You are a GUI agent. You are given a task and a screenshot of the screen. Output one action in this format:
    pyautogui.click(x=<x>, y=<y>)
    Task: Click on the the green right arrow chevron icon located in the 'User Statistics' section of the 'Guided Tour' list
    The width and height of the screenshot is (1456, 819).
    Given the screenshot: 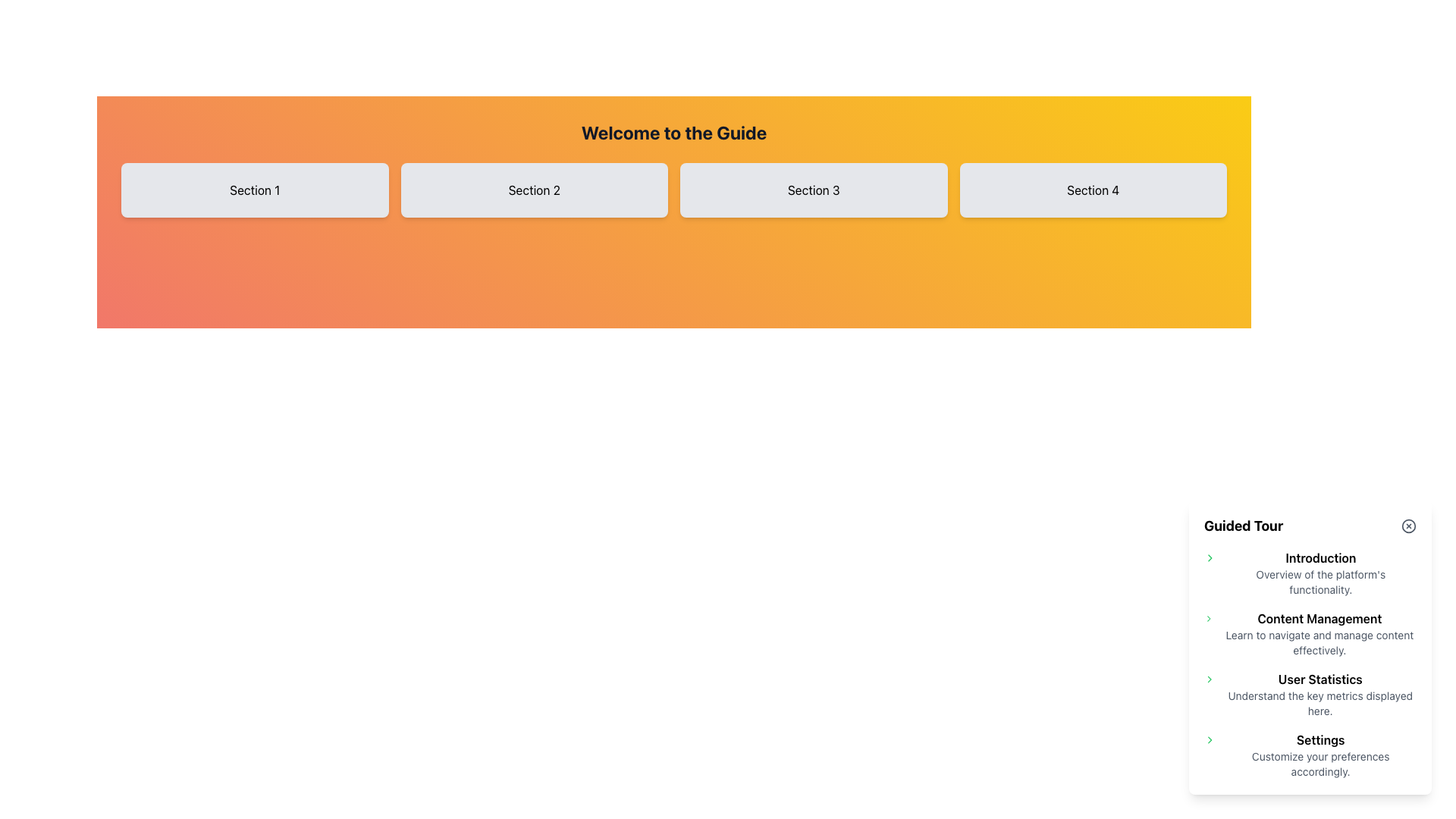 What is the action you would take?
    pyautogui.click(x=1209, y=678)
    